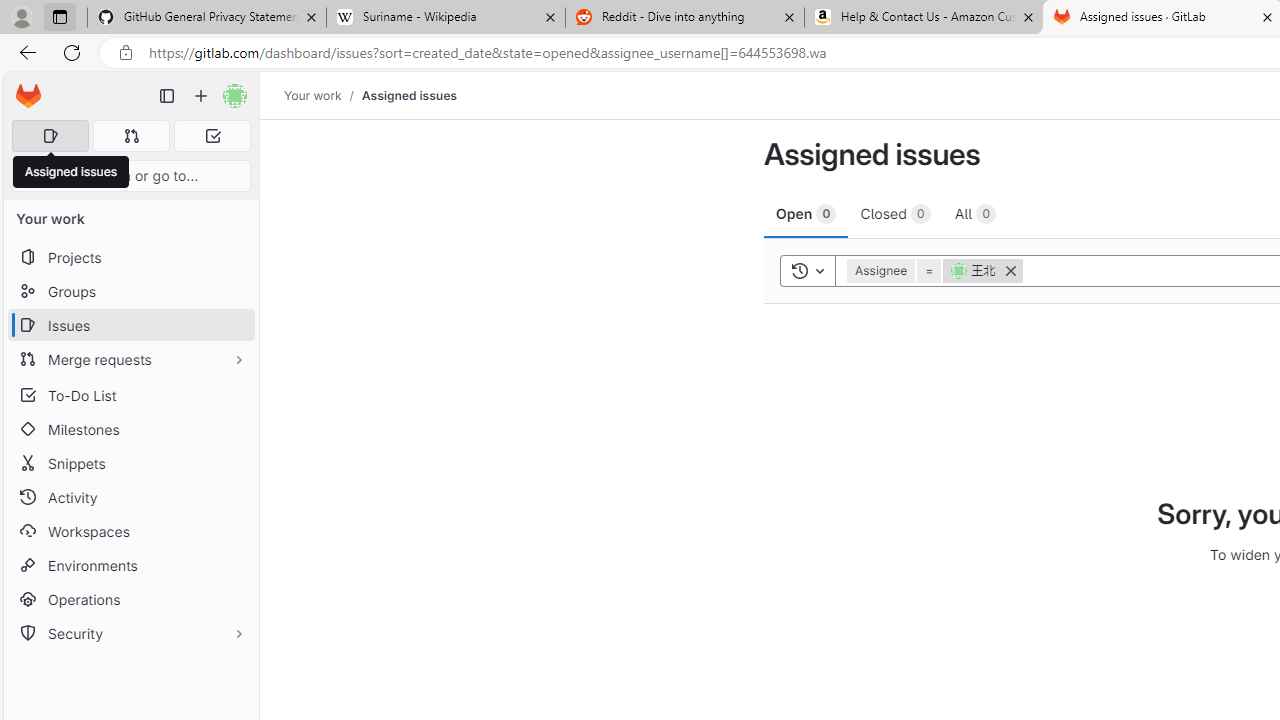  Describe the element at coordinates (130, 256) in the screenshot. I see `'Projects'` at that location.